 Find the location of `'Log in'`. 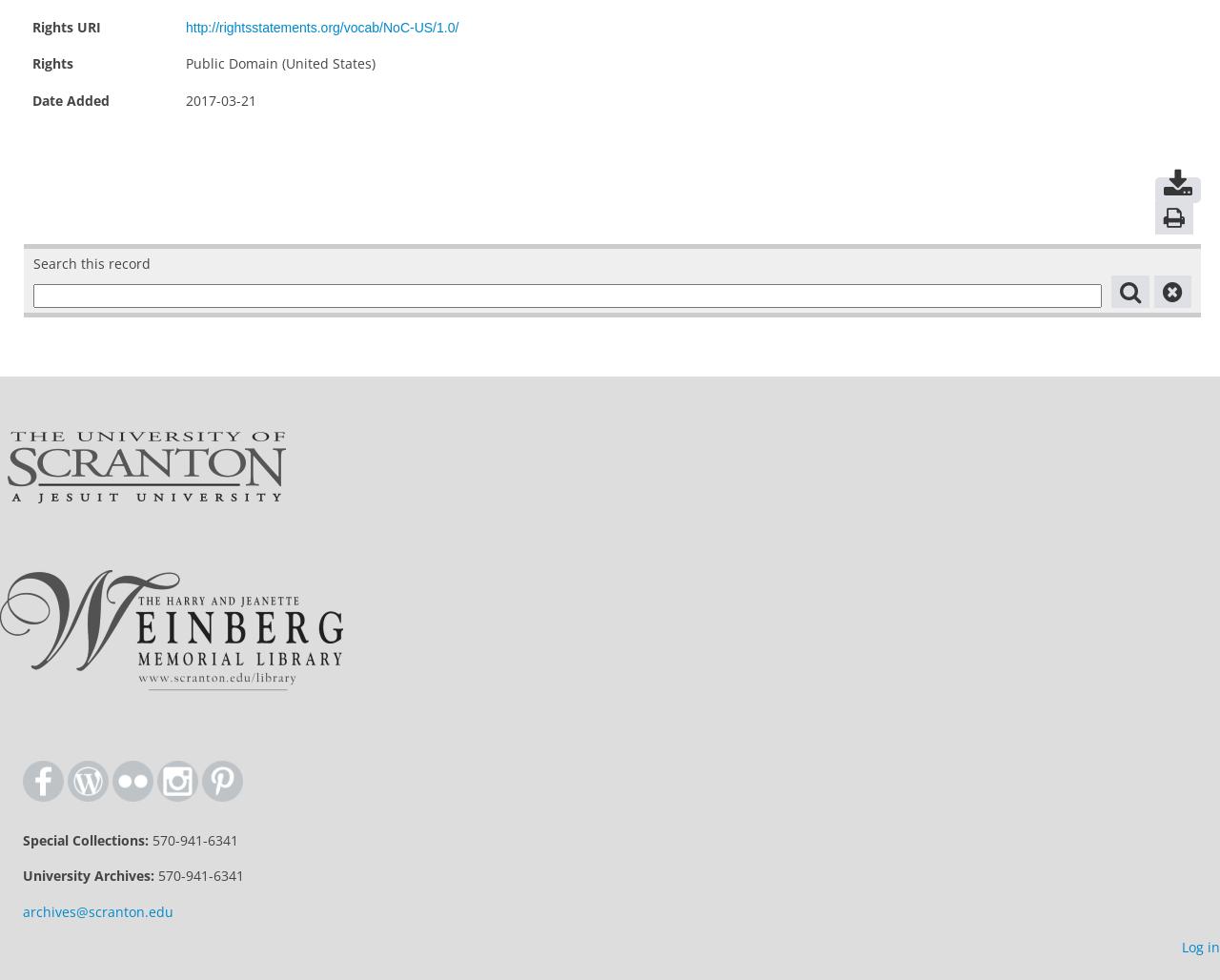

'Log in' is located at coordinates (1181, 946).